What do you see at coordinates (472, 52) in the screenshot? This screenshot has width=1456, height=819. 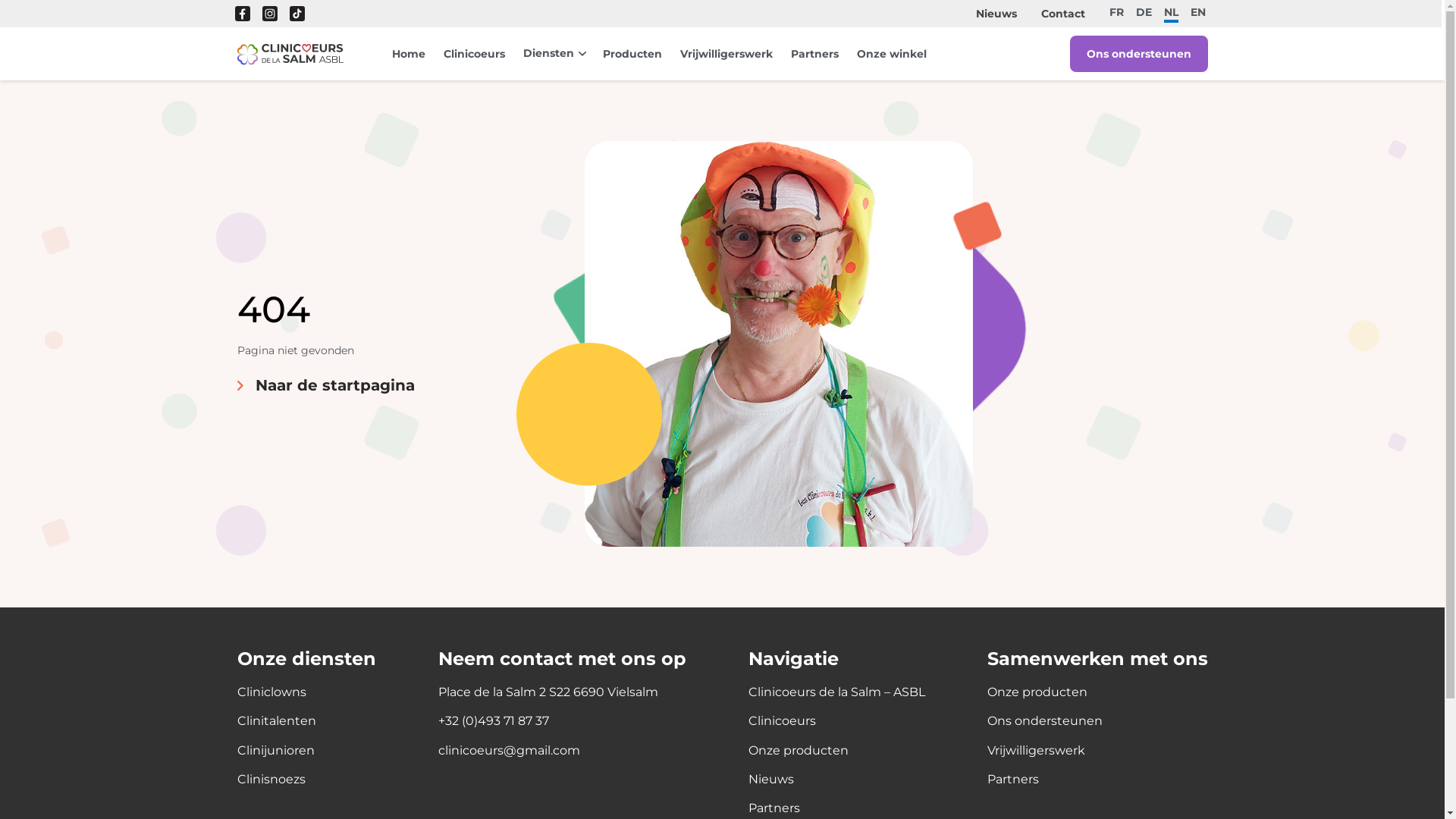 I see `'Clinicoeurs'` at bounding box center [472, 52].